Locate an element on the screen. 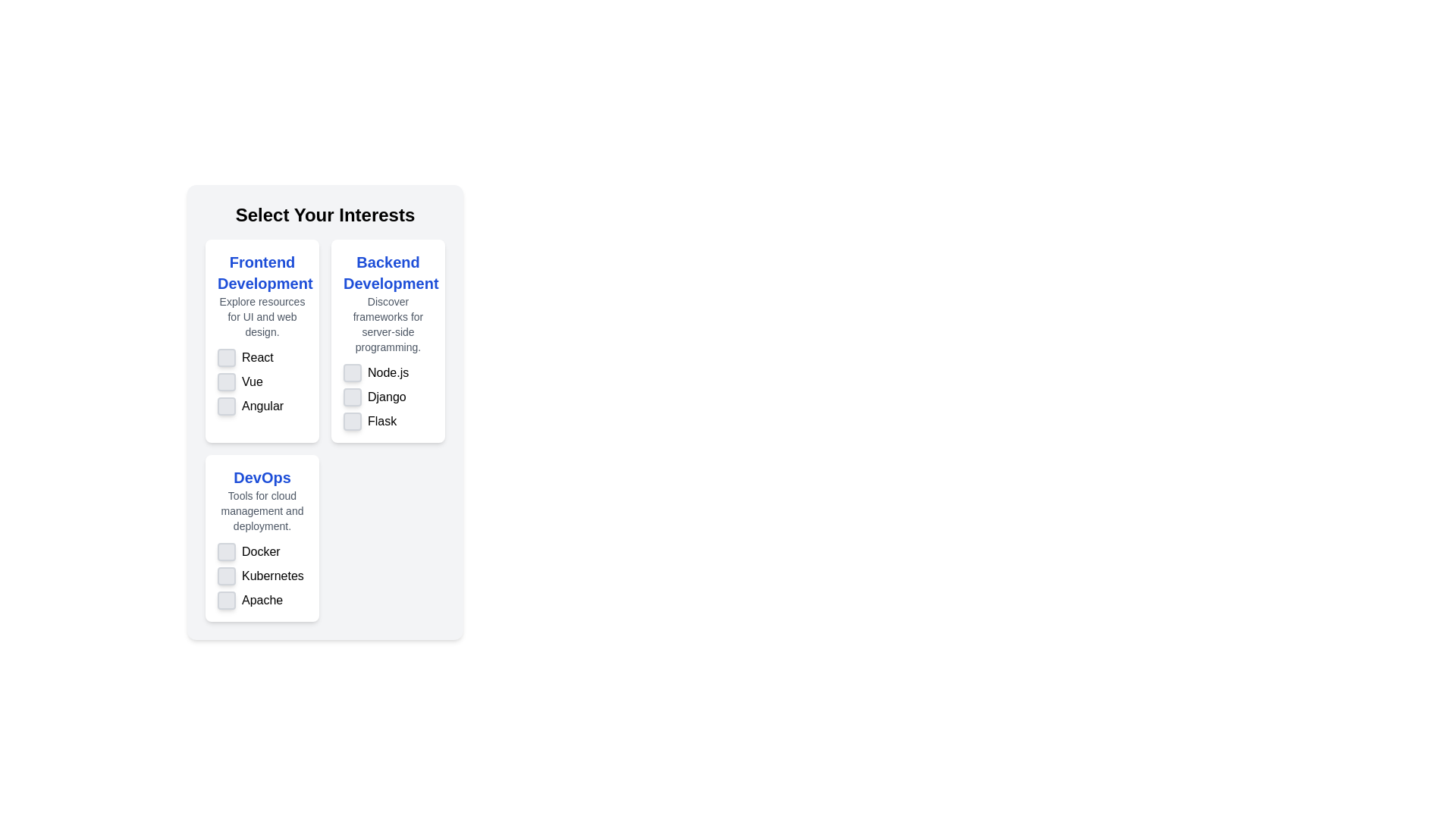 The width and height of the screenshot is (1456, 819). the small, square-shaped checkbox with a light gray background located in the 'DevOps' section is located at coordinates (225, 552).